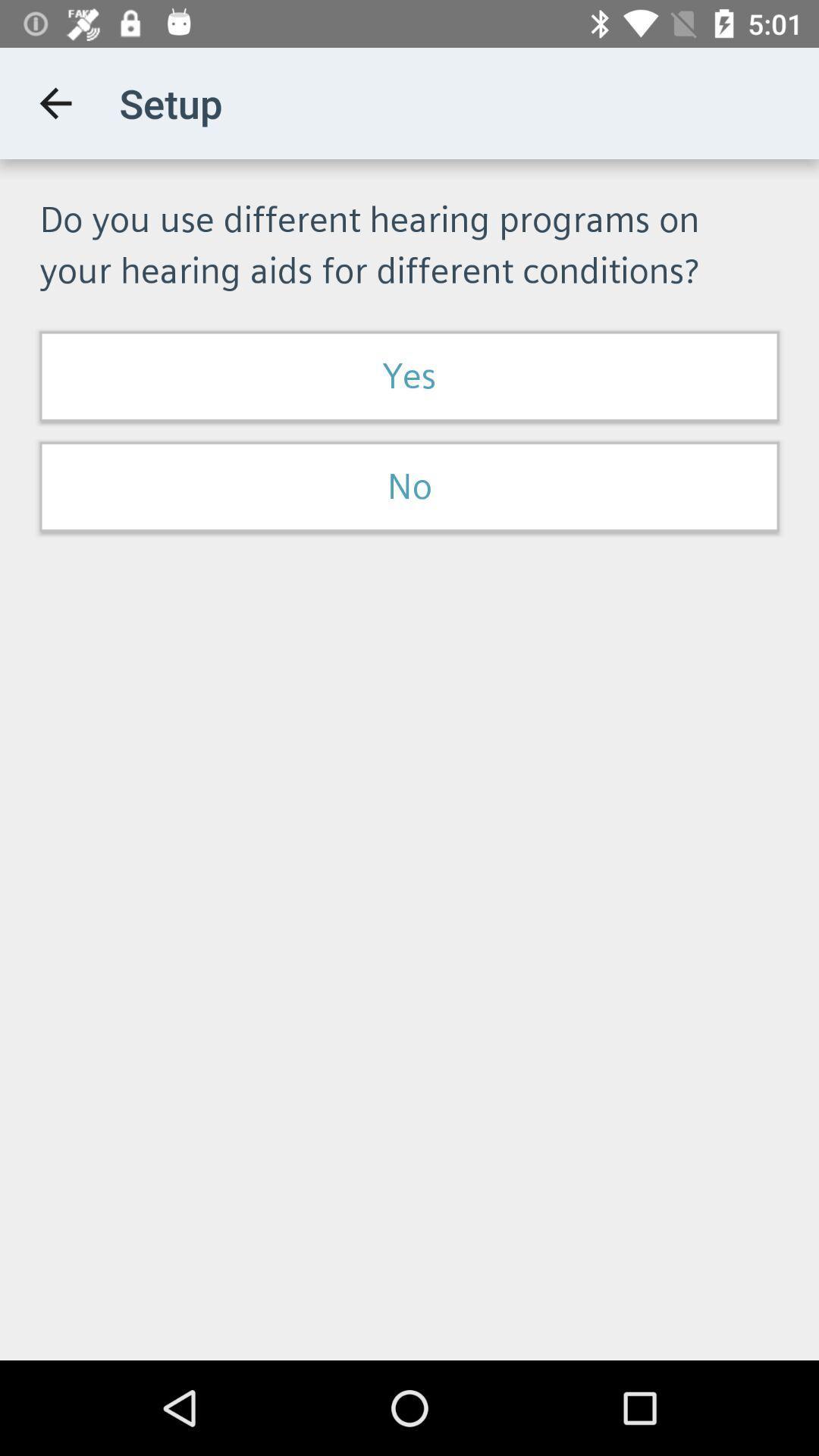 The height and width of the screenshot is (1456, 819). What do you see at coordinates (409, 487) in the screenshot?
I see `the icon at the center` at bounding box center [409, 487].